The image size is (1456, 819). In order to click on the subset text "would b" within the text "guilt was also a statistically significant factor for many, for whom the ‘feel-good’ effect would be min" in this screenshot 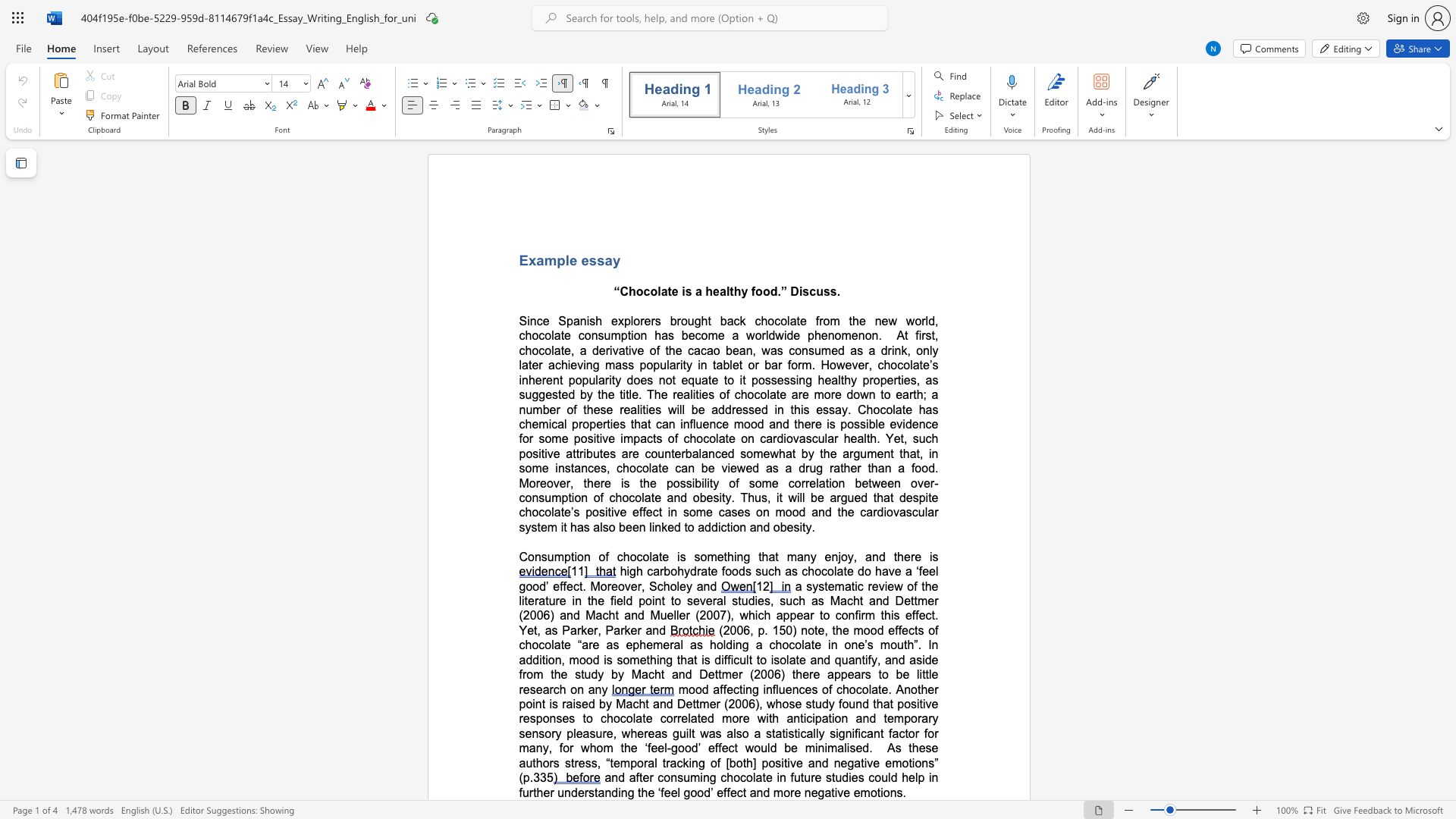, I will do `click(745, 747)`.